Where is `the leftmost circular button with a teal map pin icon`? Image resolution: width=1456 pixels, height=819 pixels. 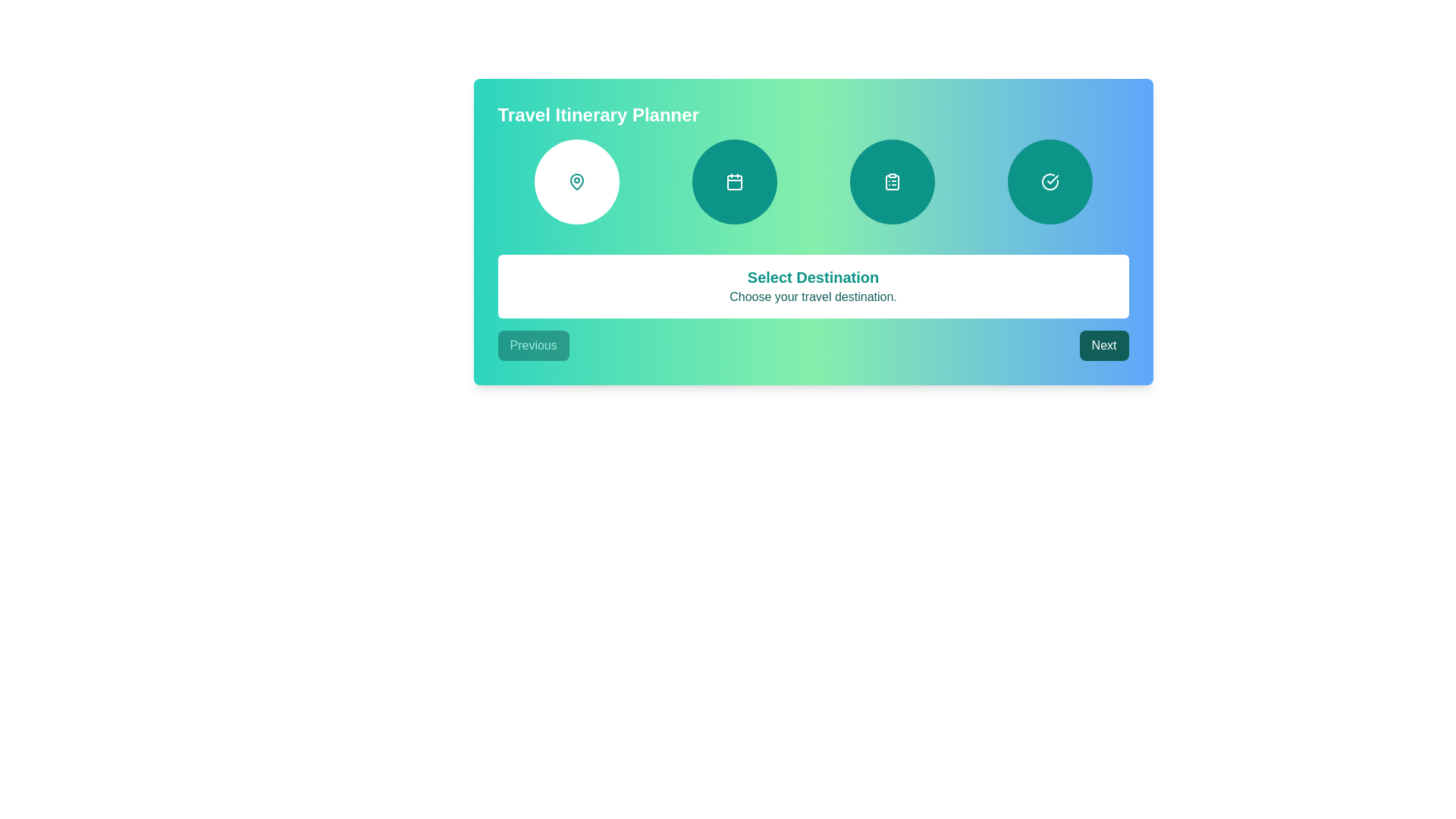
the leftmost circular button with a teal map pin icon is located at coordinates (576, 180).